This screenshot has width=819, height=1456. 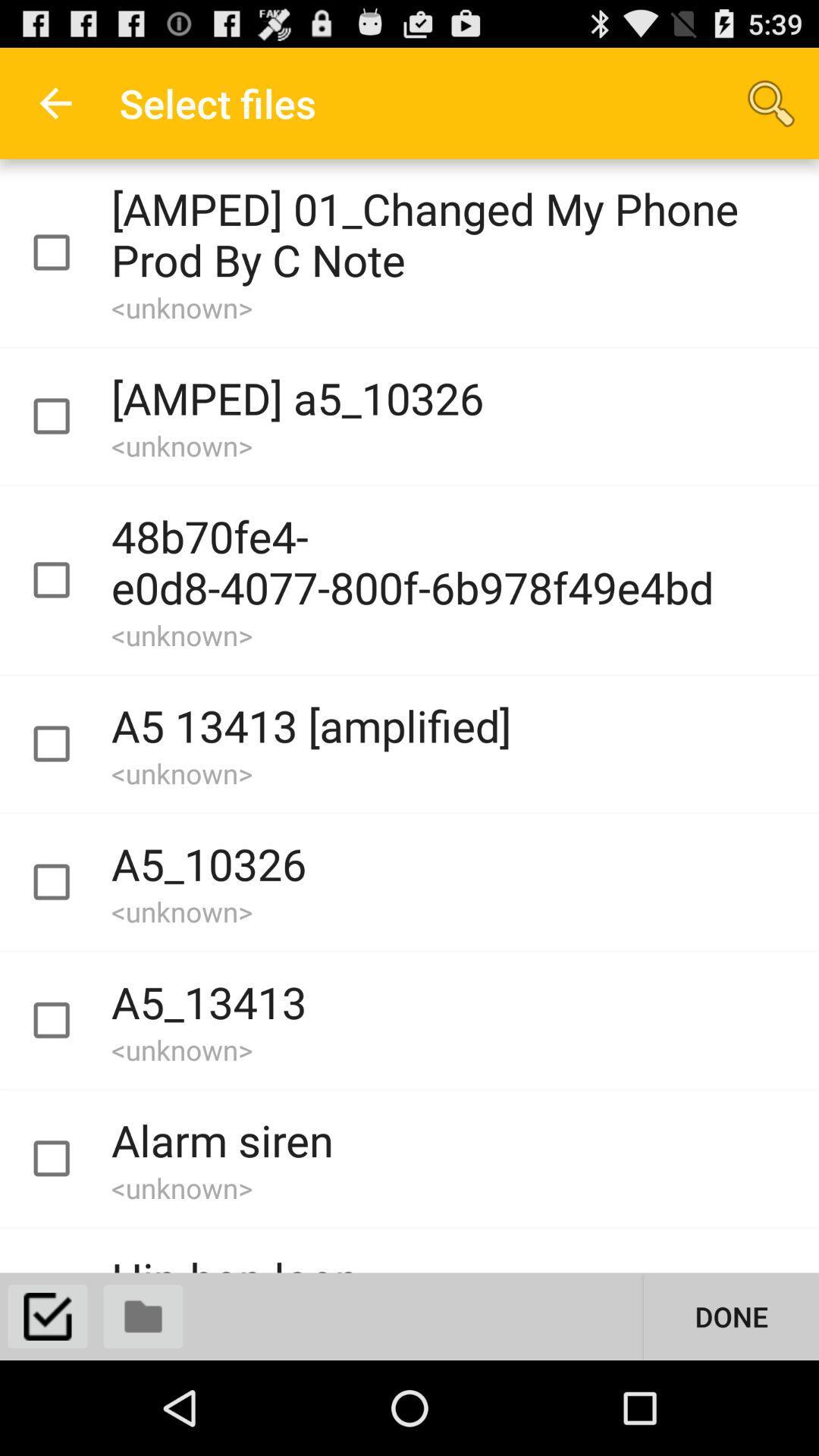 I want to click on open folder, so click(x=143, y=1316).